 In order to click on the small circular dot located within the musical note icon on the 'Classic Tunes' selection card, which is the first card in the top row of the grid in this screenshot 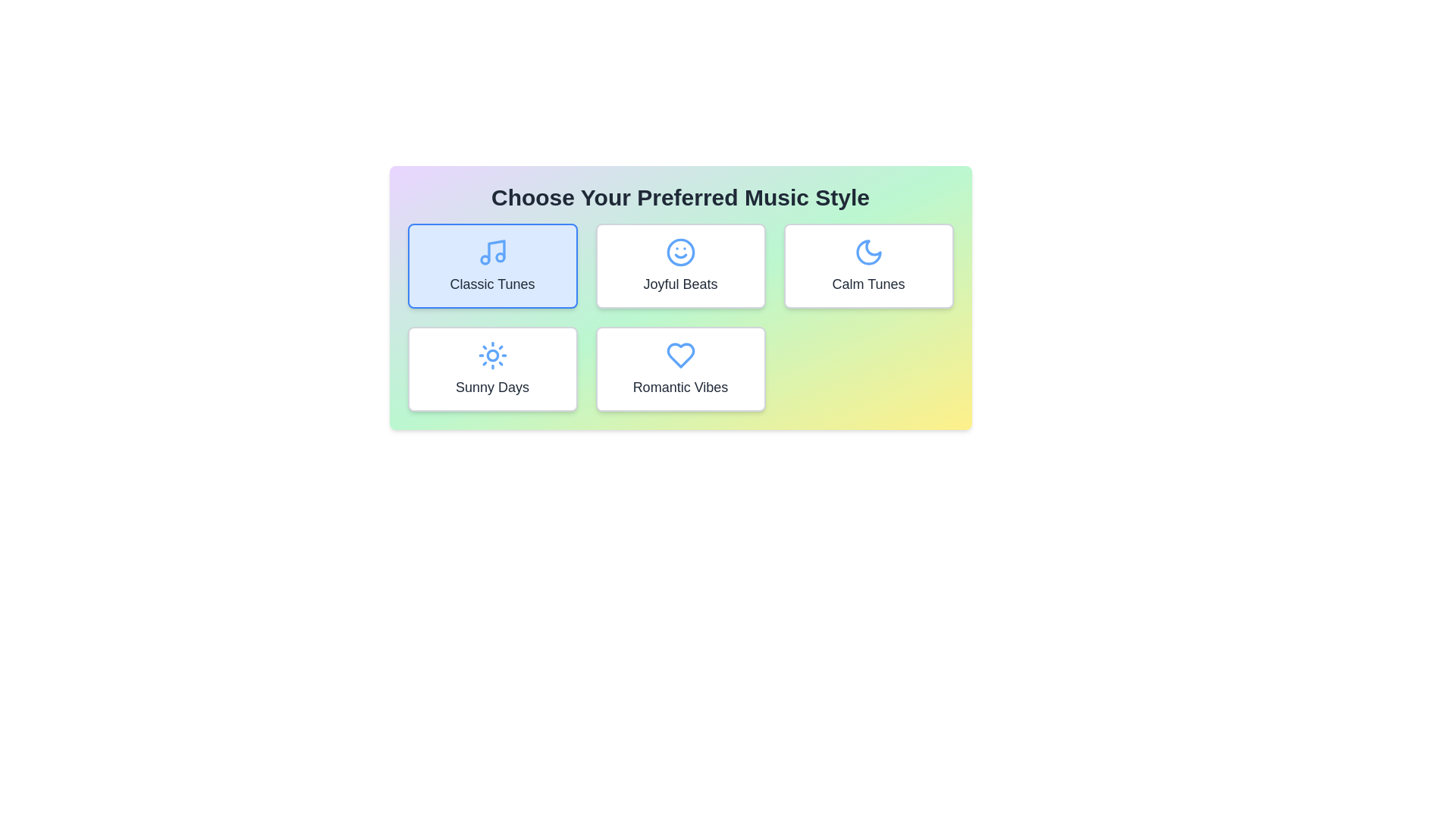, I will do `click(500, 256)`.